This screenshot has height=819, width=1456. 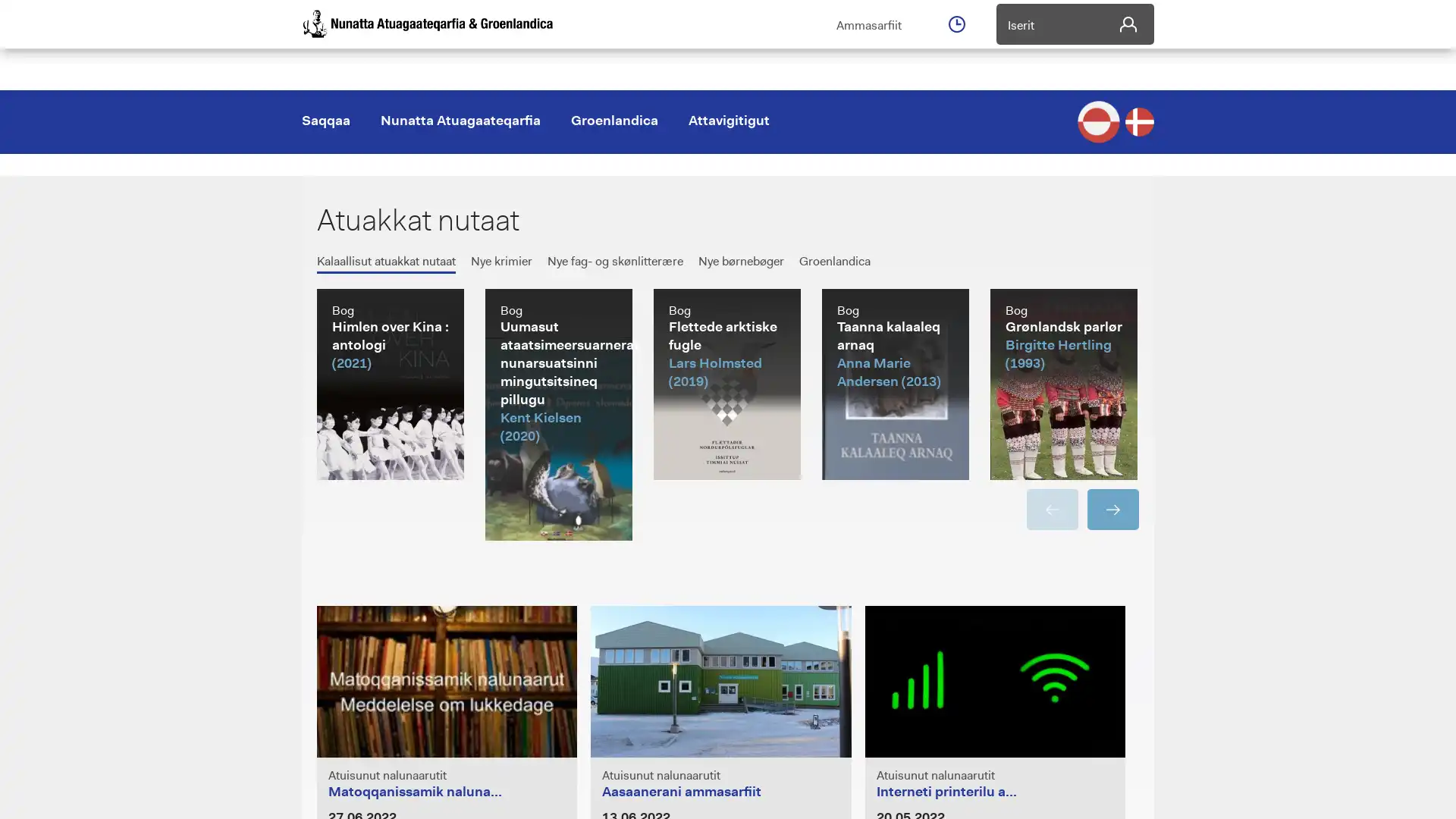 I want to click on Previous, so click(x=1051, y=509).